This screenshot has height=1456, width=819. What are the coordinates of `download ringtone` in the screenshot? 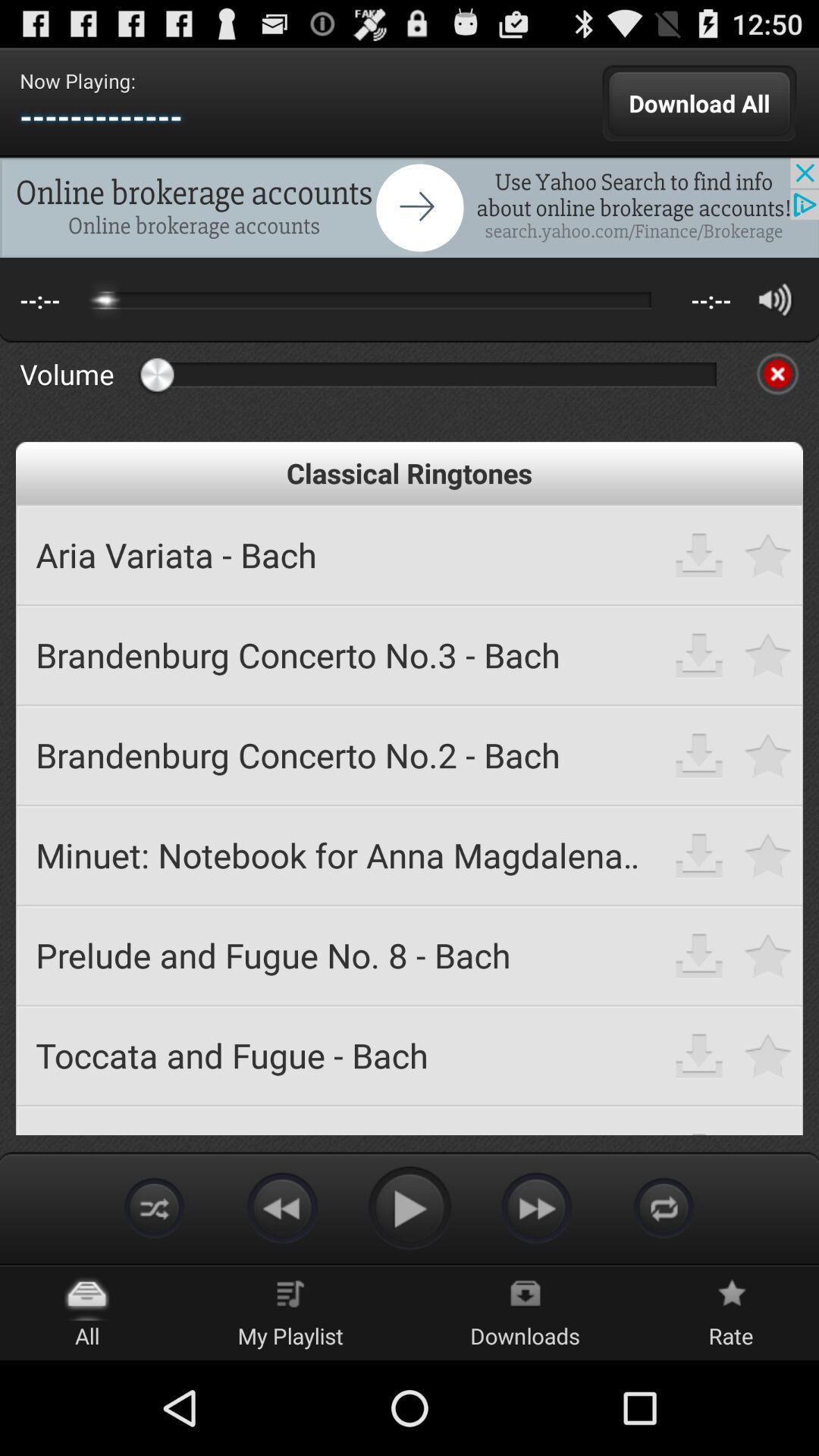 It's located at (699, 855).